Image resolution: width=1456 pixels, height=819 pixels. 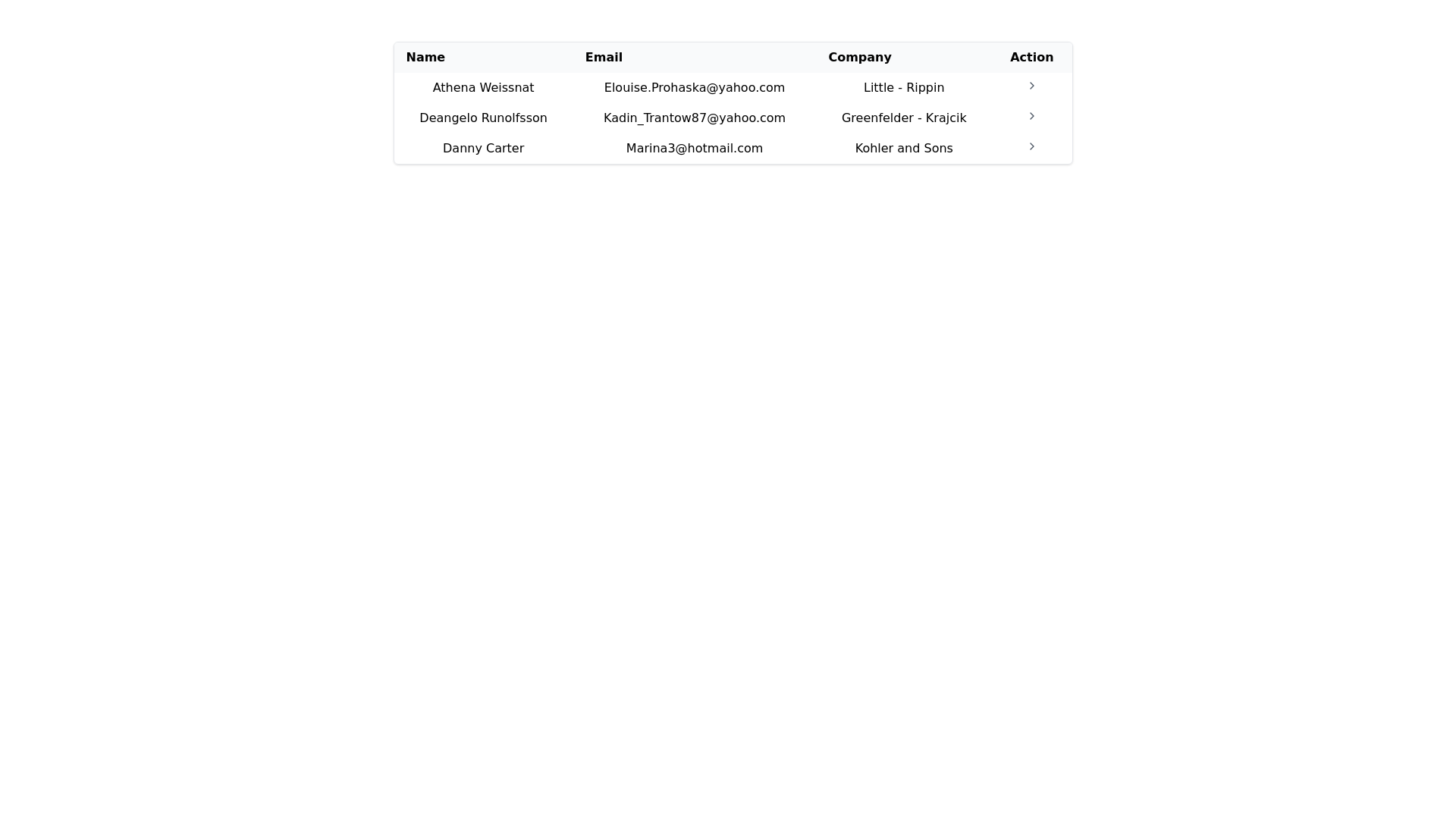 I want to click on the fourth table header cell labeled 'Action', which is located at the rightmost end of the header row, so click(x=1031, y=57).